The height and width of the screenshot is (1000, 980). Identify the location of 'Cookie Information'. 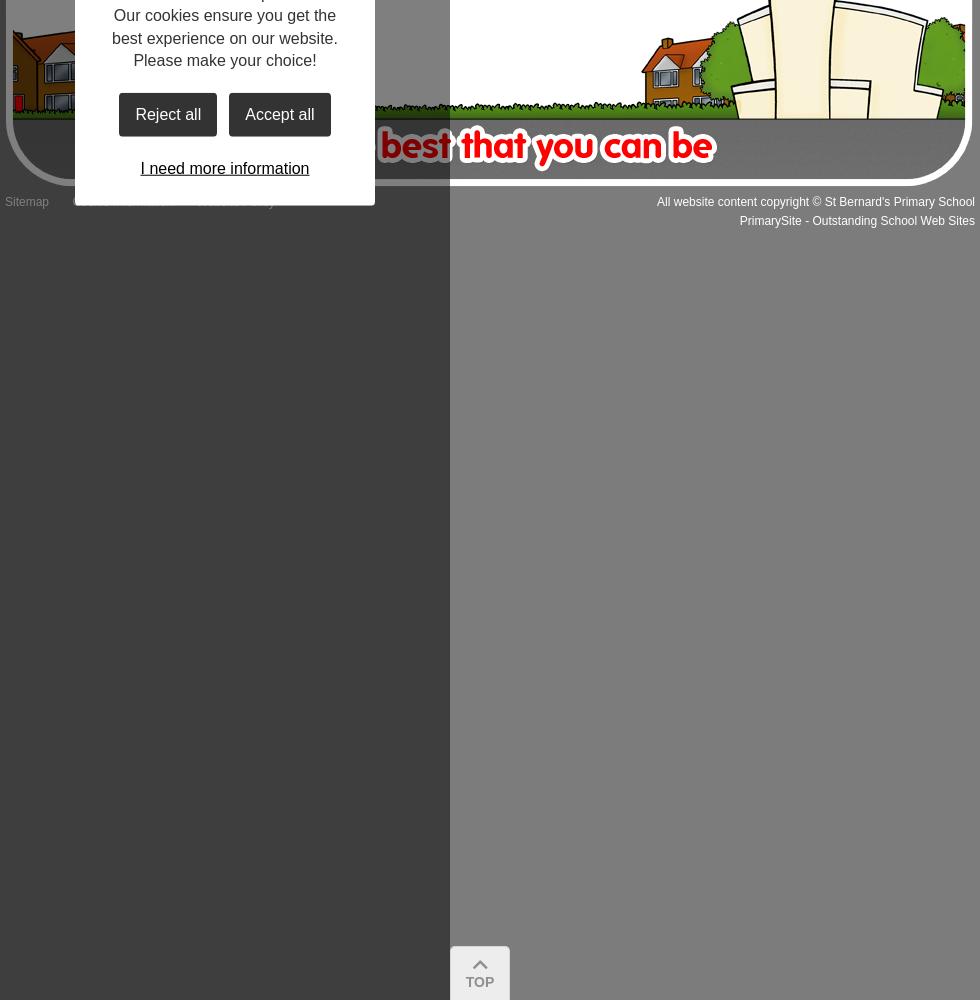
(122, 200).